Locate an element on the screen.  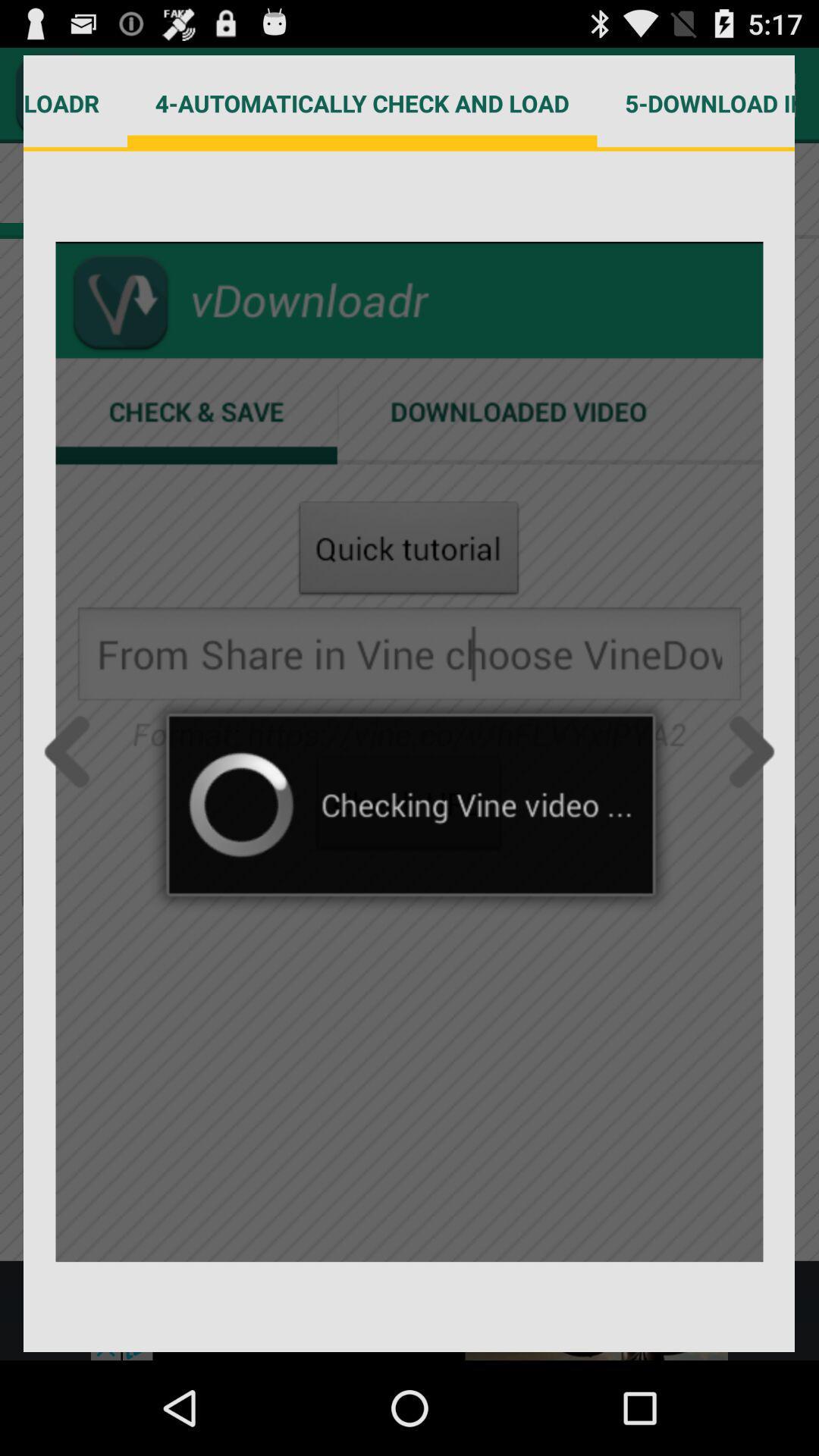
the app at the top right corner is located at coordinates (696, 102).